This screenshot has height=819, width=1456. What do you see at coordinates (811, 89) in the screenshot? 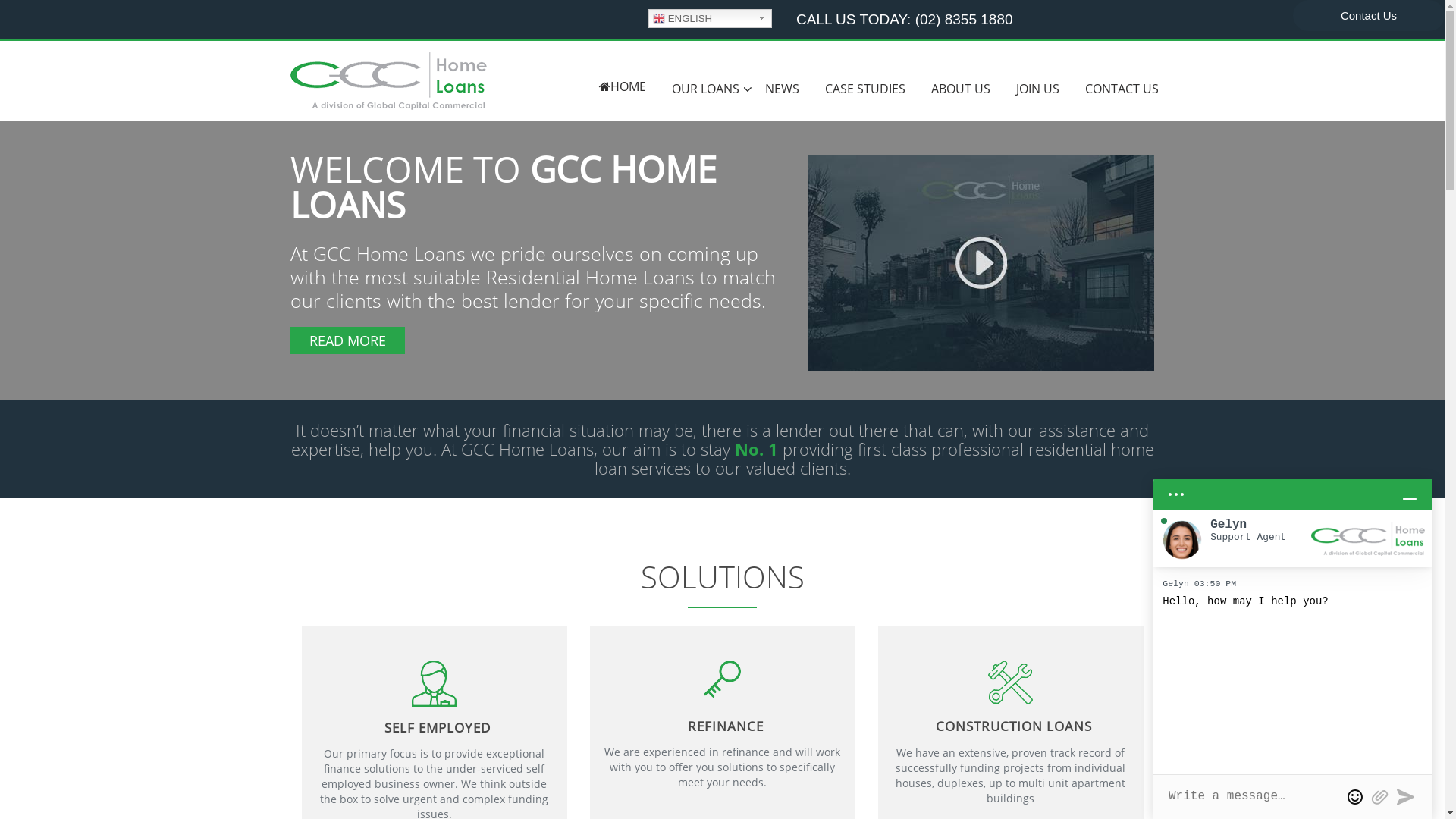
I see `'CASE STUDIES'` at bounding box center [811, 89].